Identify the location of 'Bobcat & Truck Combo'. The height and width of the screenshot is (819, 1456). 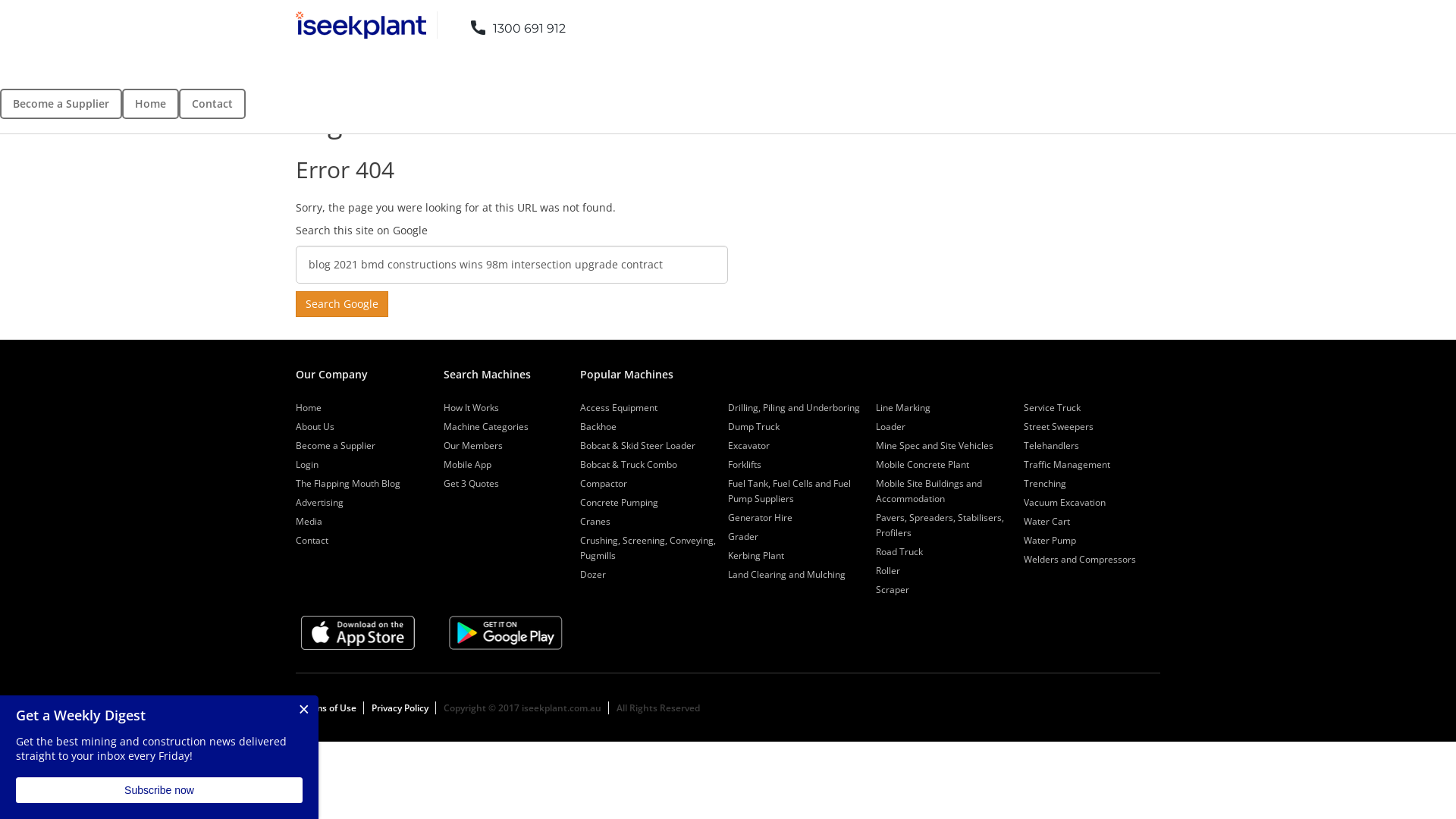
(629, 463).